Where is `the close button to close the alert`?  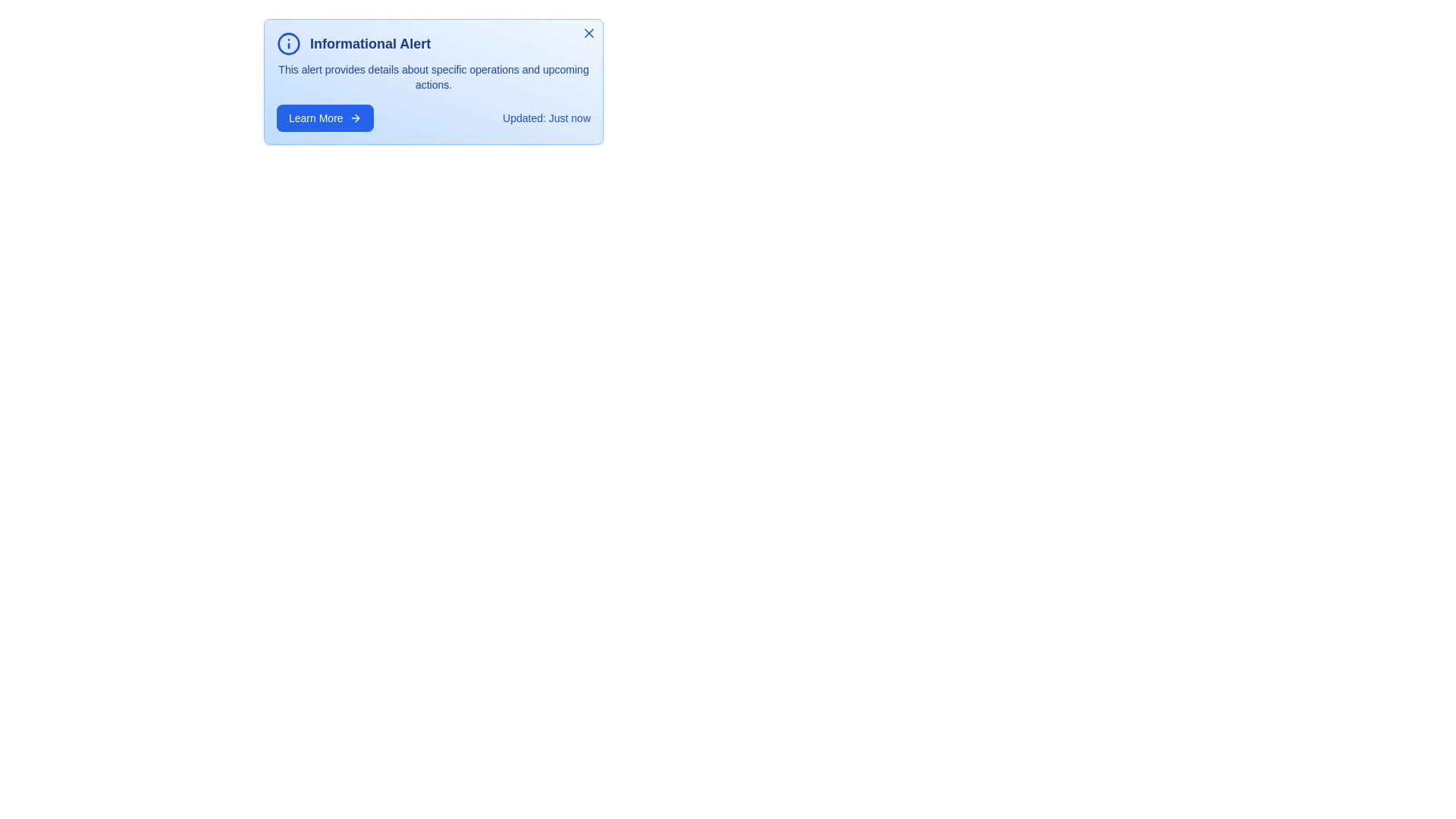 the close button to close the alert is located at coordinates (588, 33).